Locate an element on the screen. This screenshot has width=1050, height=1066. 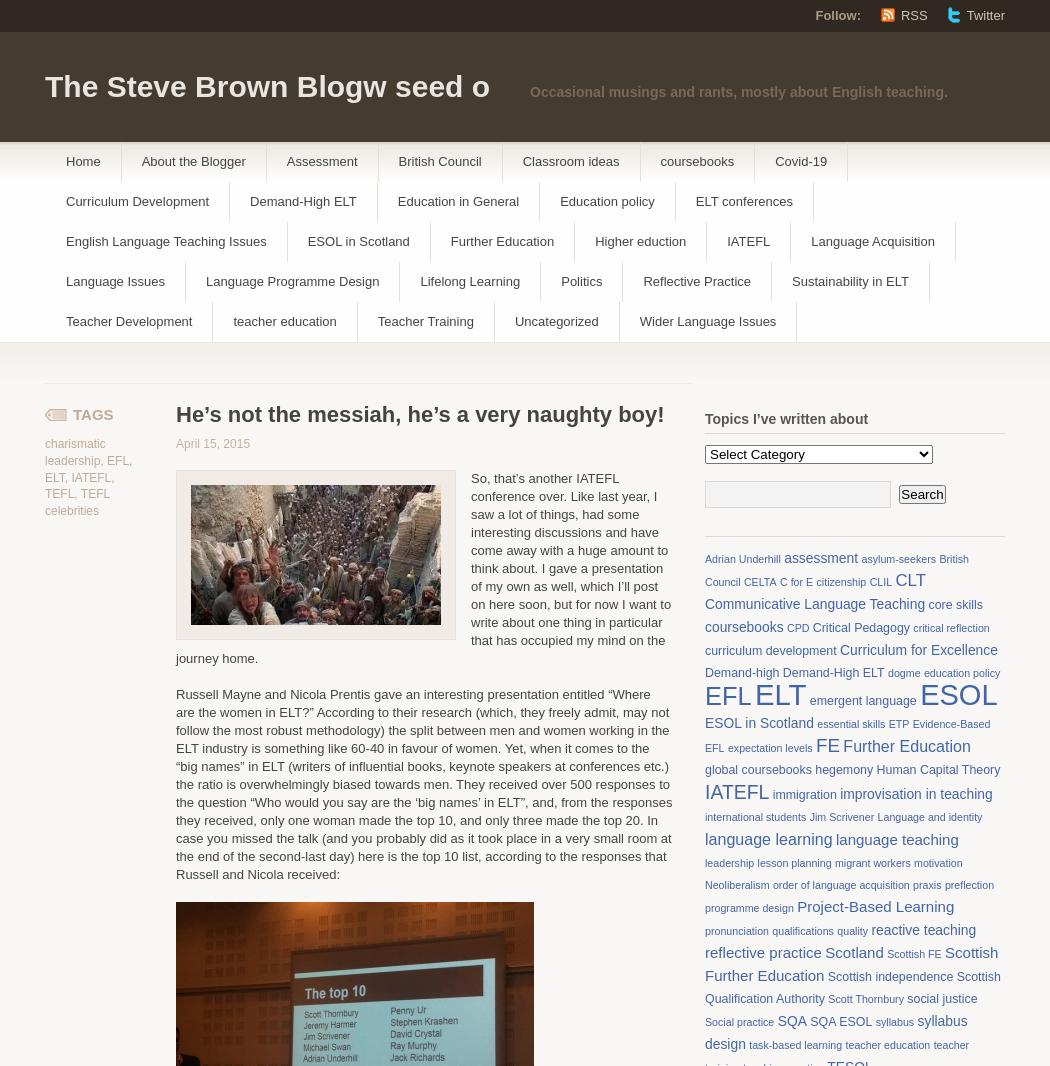
'Neoliberalism' is located at coordinates (704, 884).